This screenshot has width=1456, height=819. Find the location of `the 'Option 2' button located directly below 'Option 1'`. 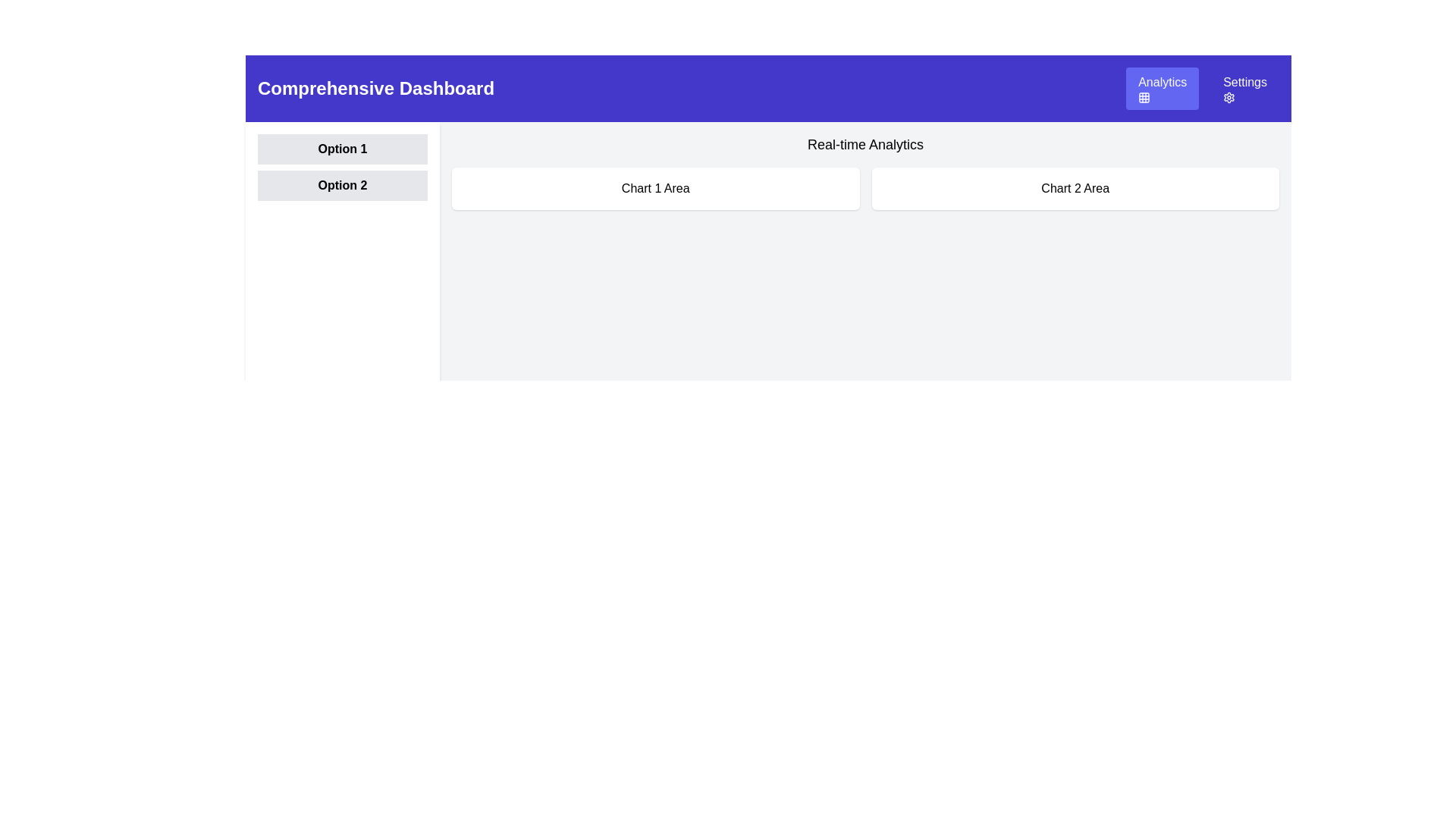

the 'Option 2' button located directly below 'Option 1' is located at coordinates (341, 185).